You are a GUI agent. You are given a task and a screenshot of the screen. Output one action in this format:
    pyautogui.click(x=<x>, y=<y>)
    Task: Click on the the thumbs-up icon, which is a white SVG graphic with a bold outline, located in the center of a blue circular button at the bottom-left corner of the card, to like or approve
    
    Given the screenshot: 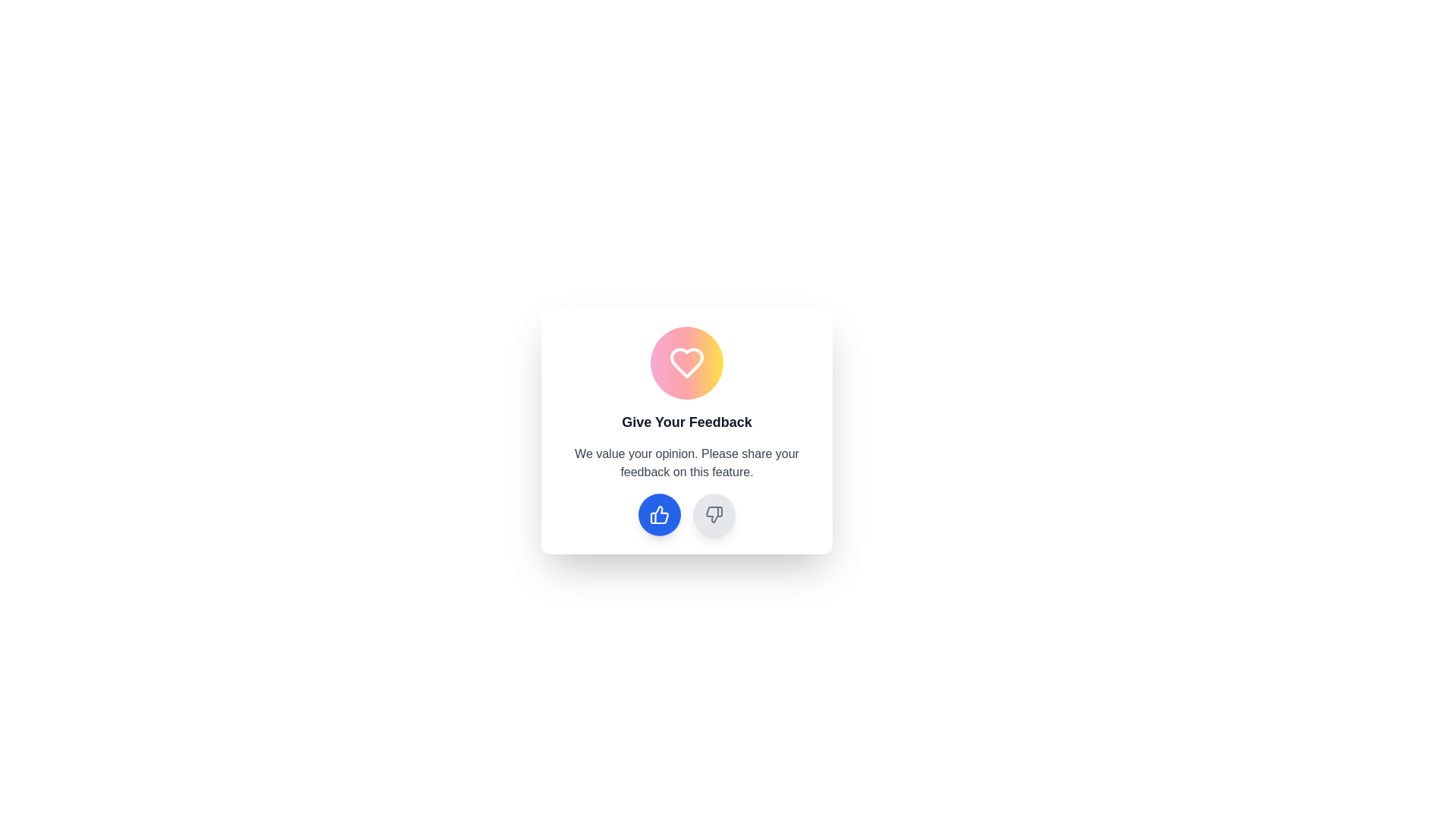 What is the action you would take?
    pyautogui.click(x=659, y=513)
    